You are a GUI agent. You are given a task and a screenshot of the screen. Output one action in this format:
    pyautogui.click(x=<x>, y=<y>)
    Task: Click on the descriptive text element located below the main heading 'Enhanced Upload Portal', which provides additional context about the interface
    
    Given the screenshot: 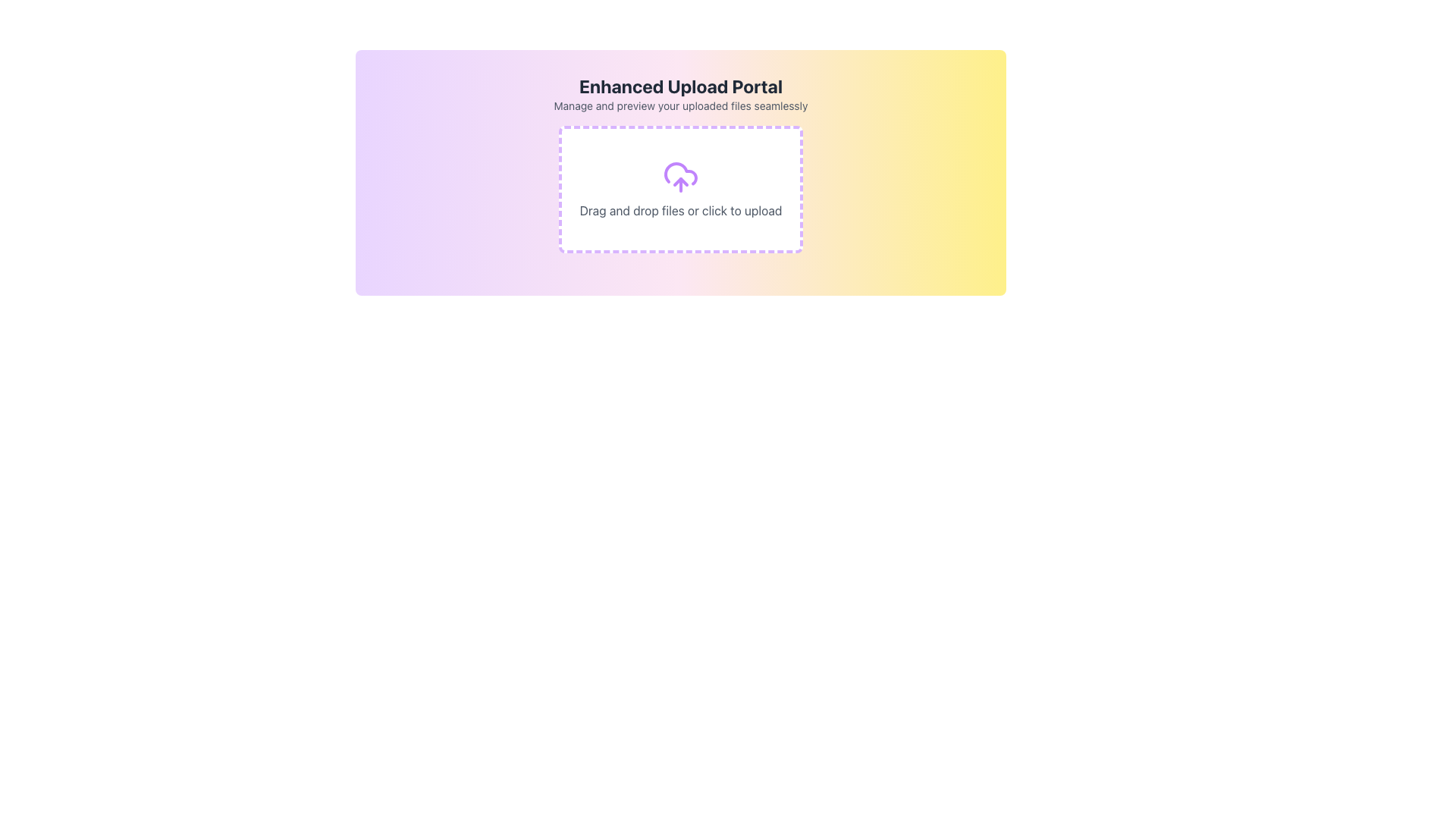 What is the action you would take?
    pyautogui.click(x=679, y=105)
    